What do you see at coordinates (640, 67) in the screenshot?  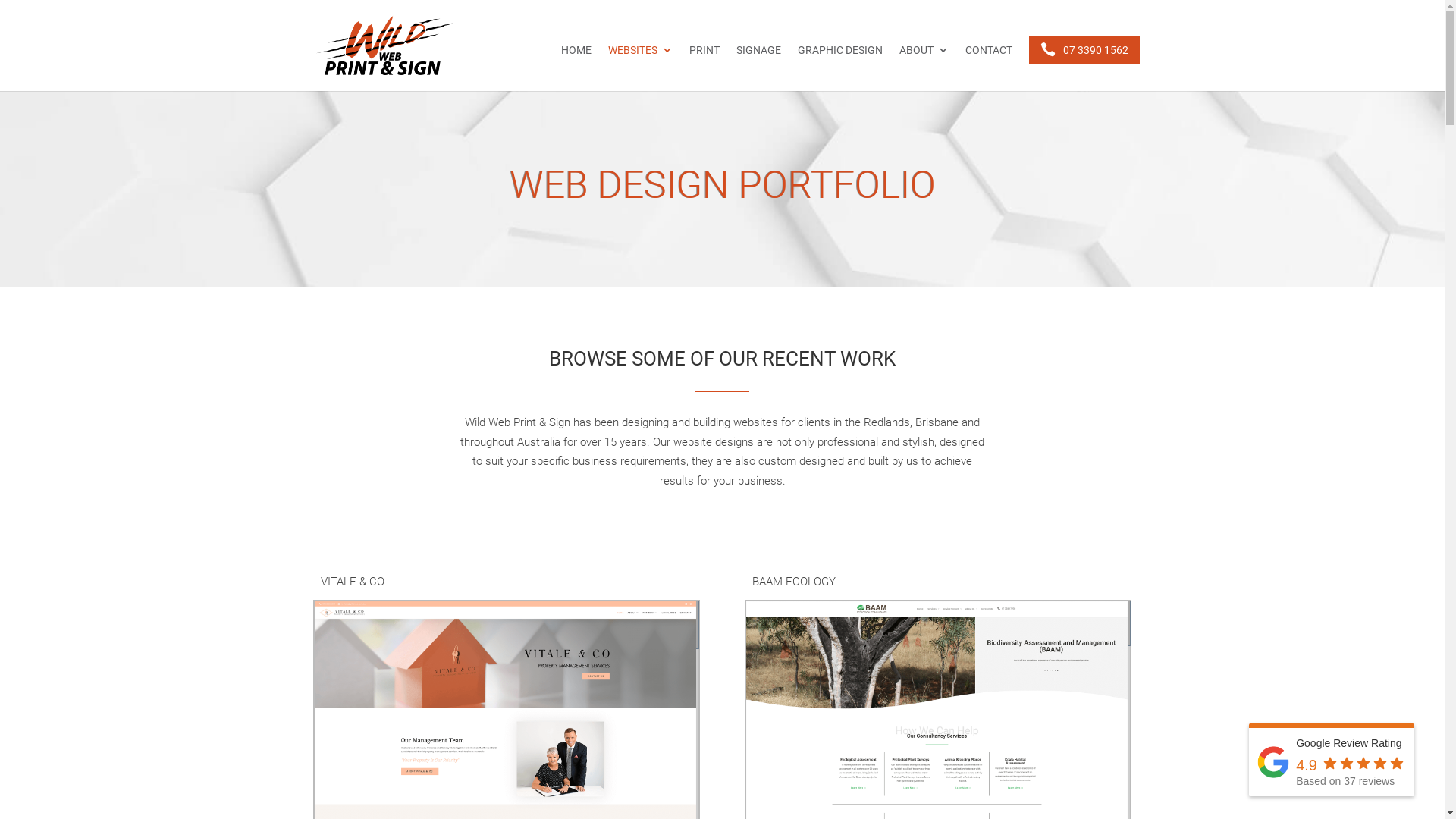 I see `'WEBSITES'` at bounding box center [640, 67].